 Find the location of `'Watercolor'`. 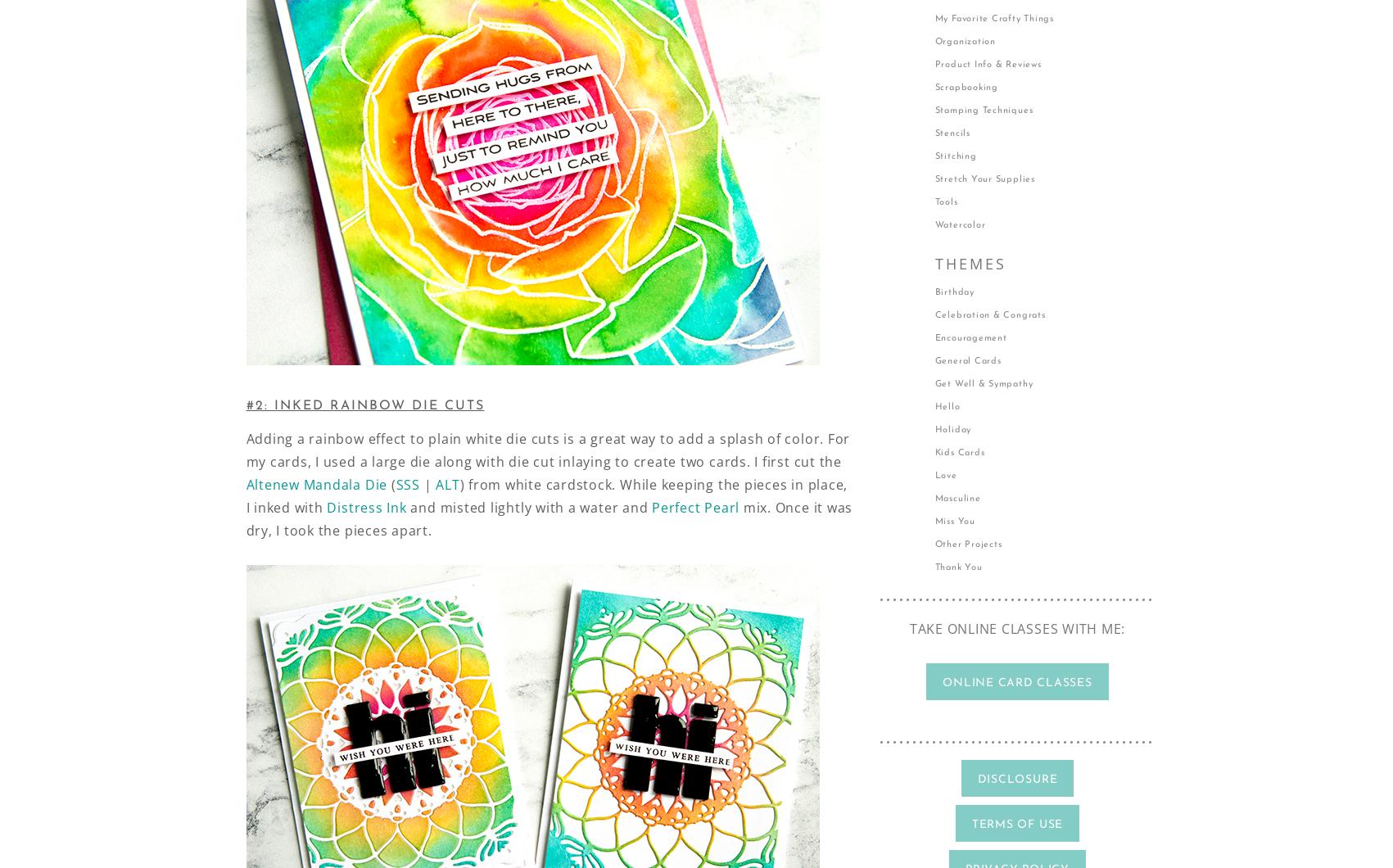

'Watercolor' is located at coordinates (958, 225).